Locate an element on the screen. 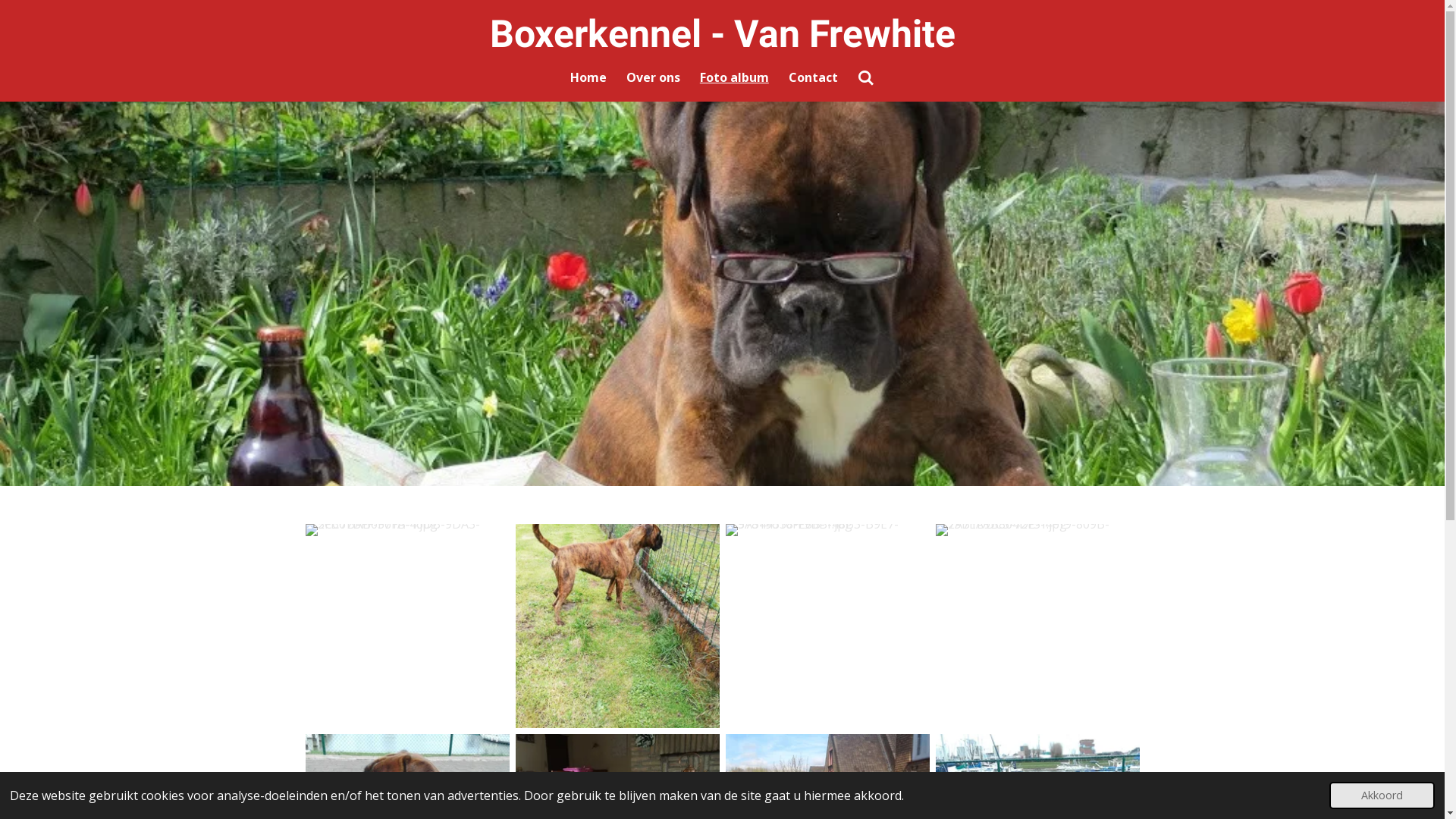  'Foto album' is located at coordinates (689, 77).